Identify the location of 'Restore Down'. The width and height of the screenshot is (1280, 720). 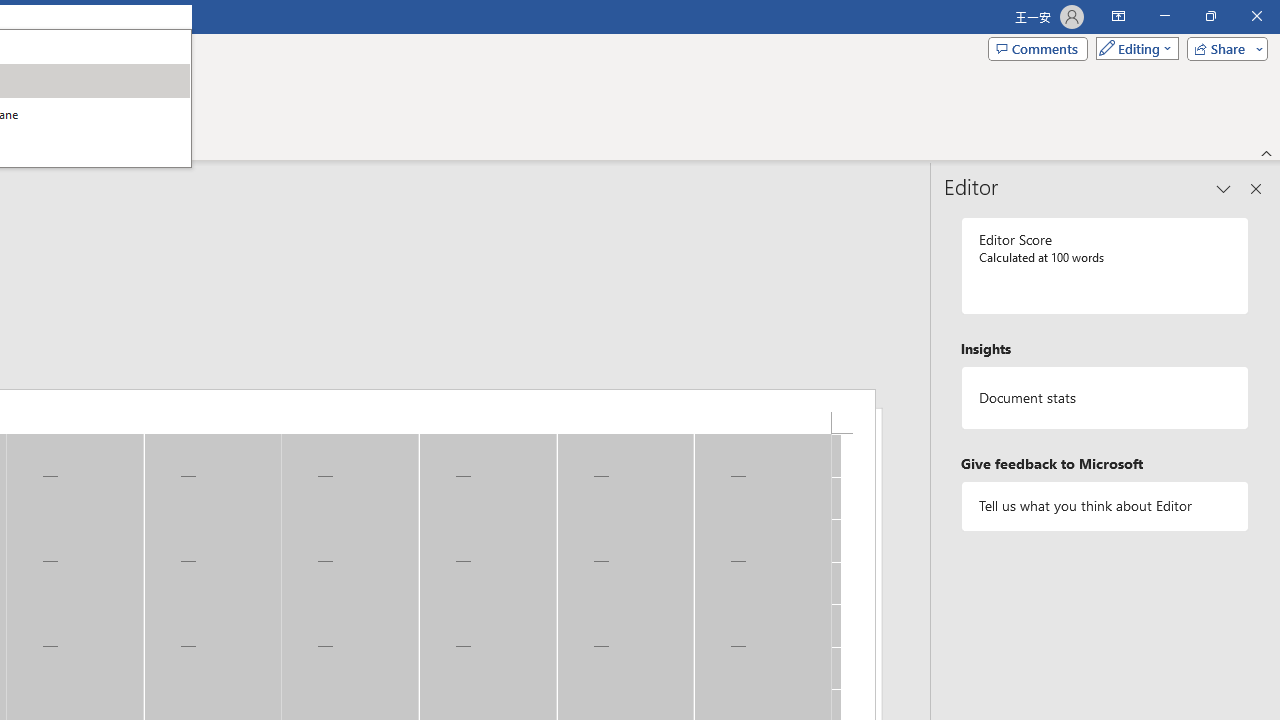
(1209, 16).